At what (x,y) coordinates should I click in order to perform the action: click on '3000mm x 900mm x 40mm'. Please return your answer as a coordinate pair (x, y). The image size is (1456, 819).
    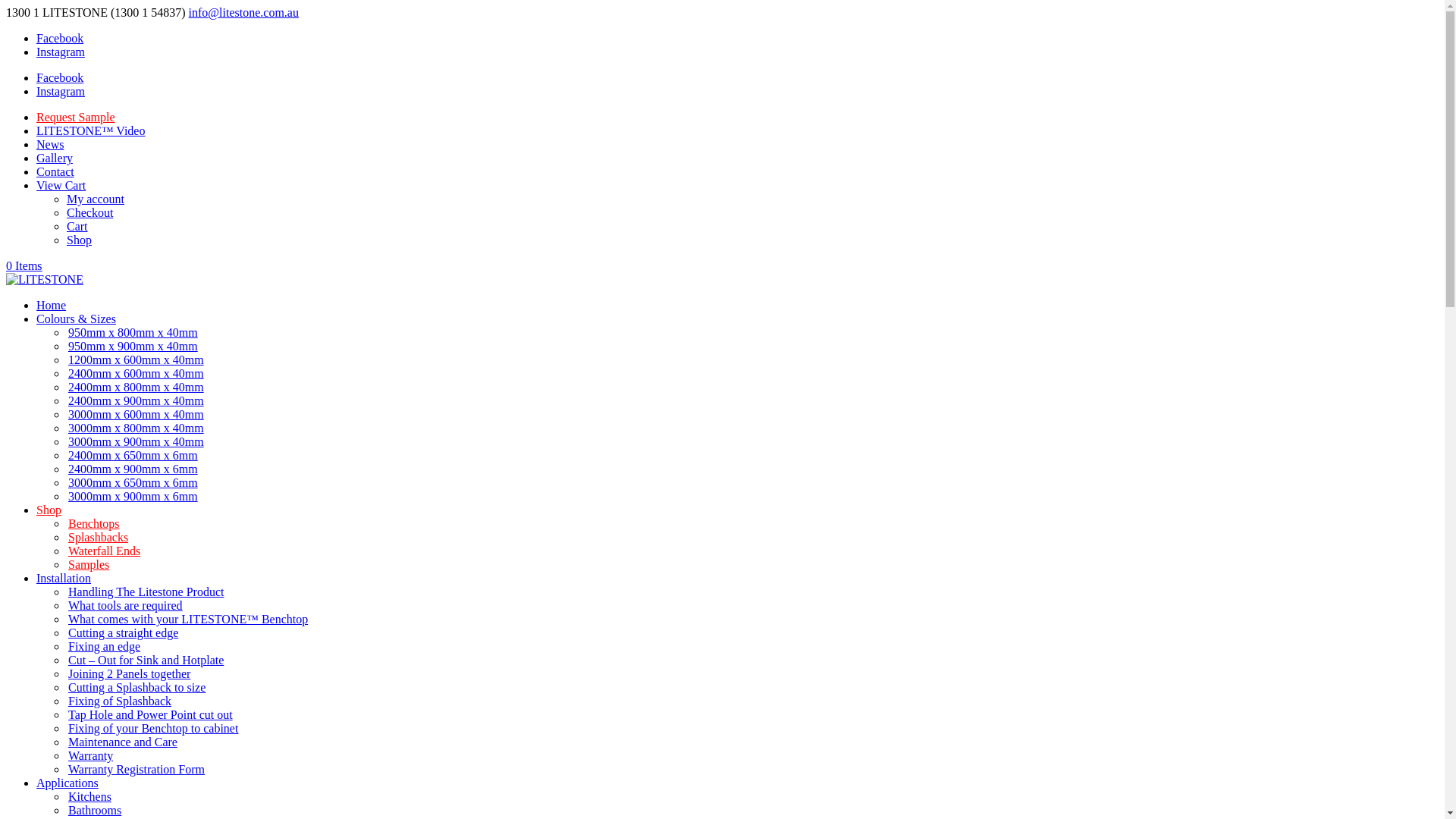
    Looking at the image, I should click on (65, 441).